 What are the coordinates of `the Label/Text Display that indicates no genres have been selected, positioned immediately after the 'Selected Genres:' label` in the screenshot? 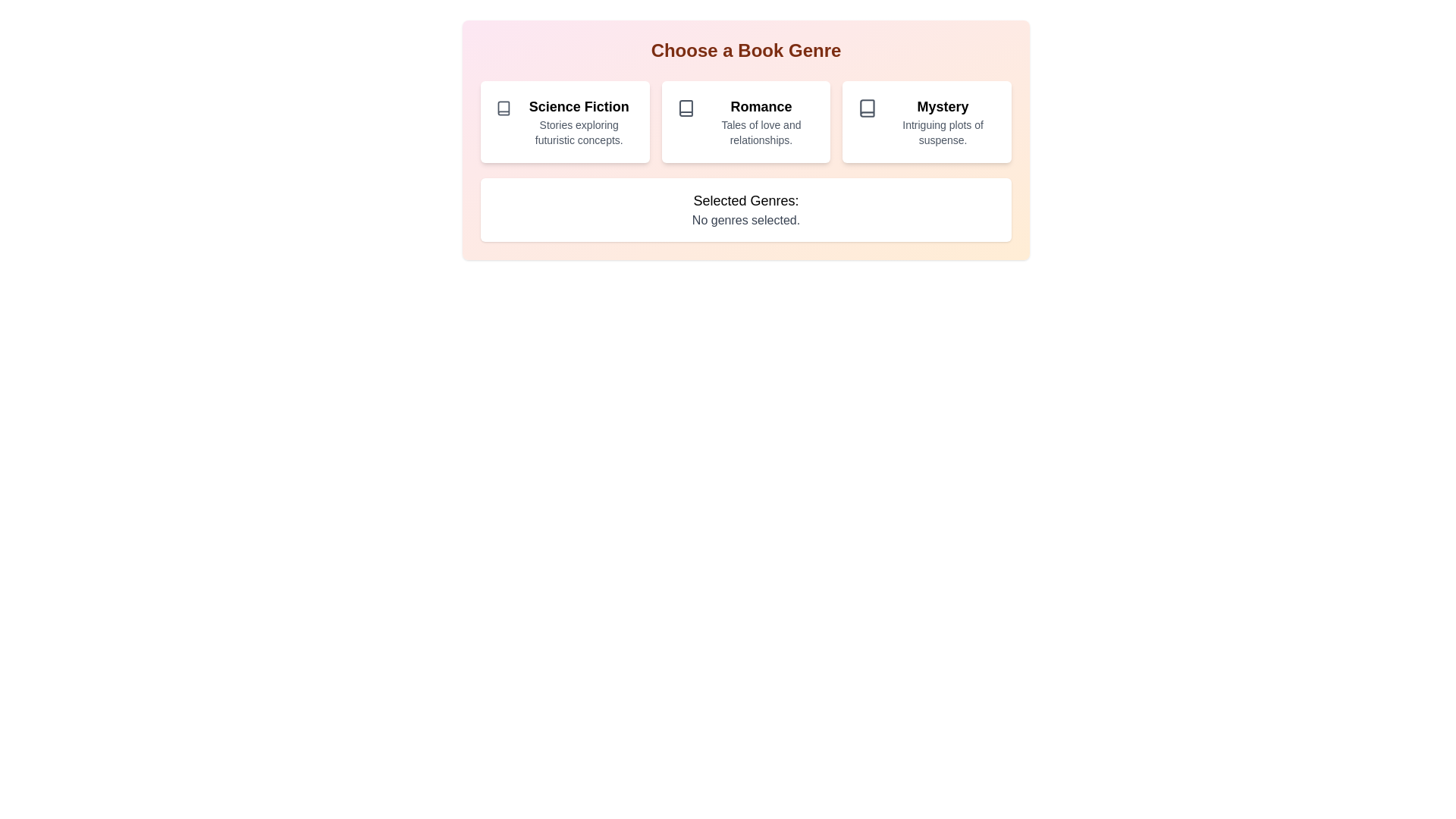 It's located at (745, 220).